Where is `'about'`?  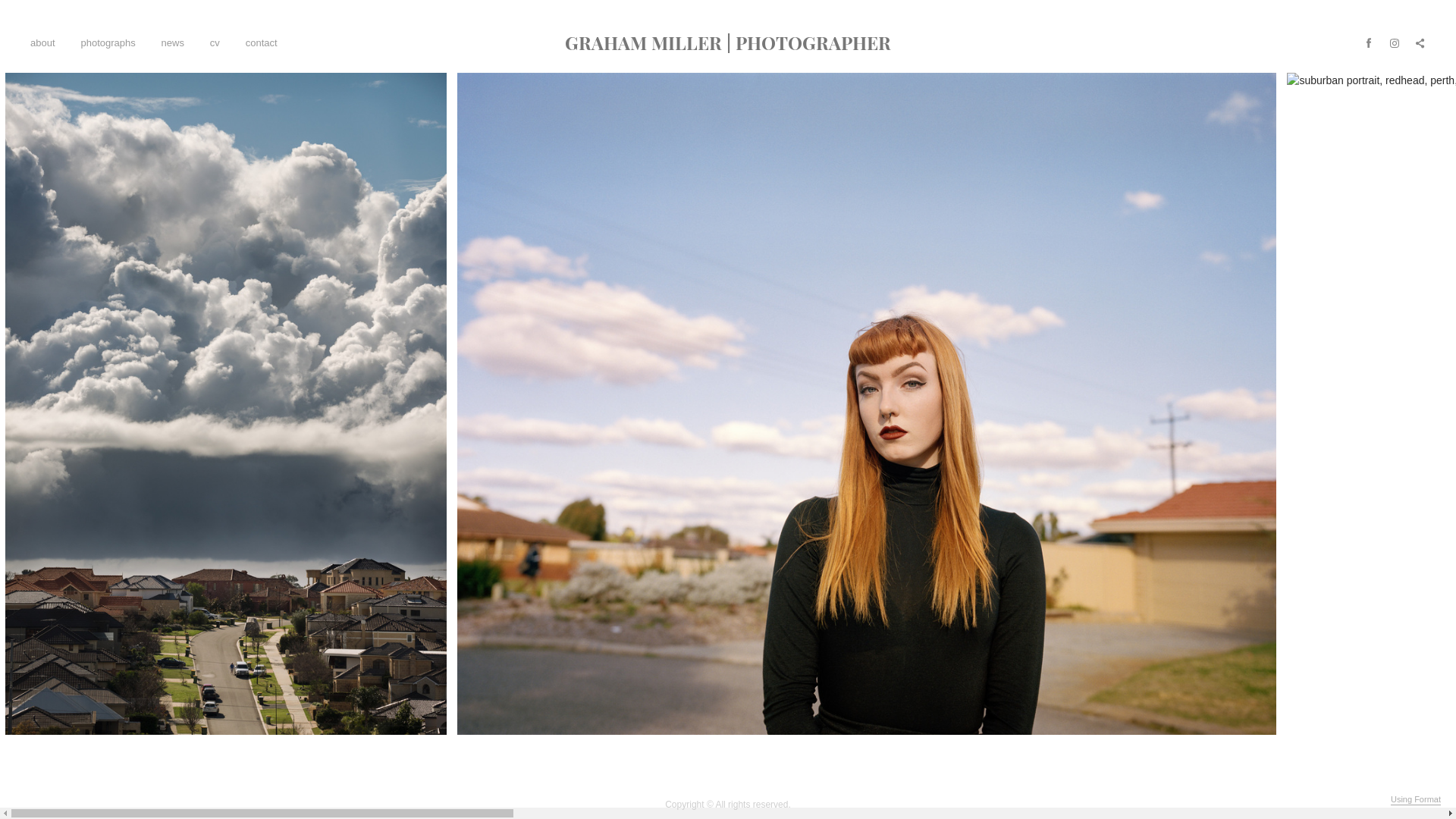
'about' is located at coordinates (42, 42).